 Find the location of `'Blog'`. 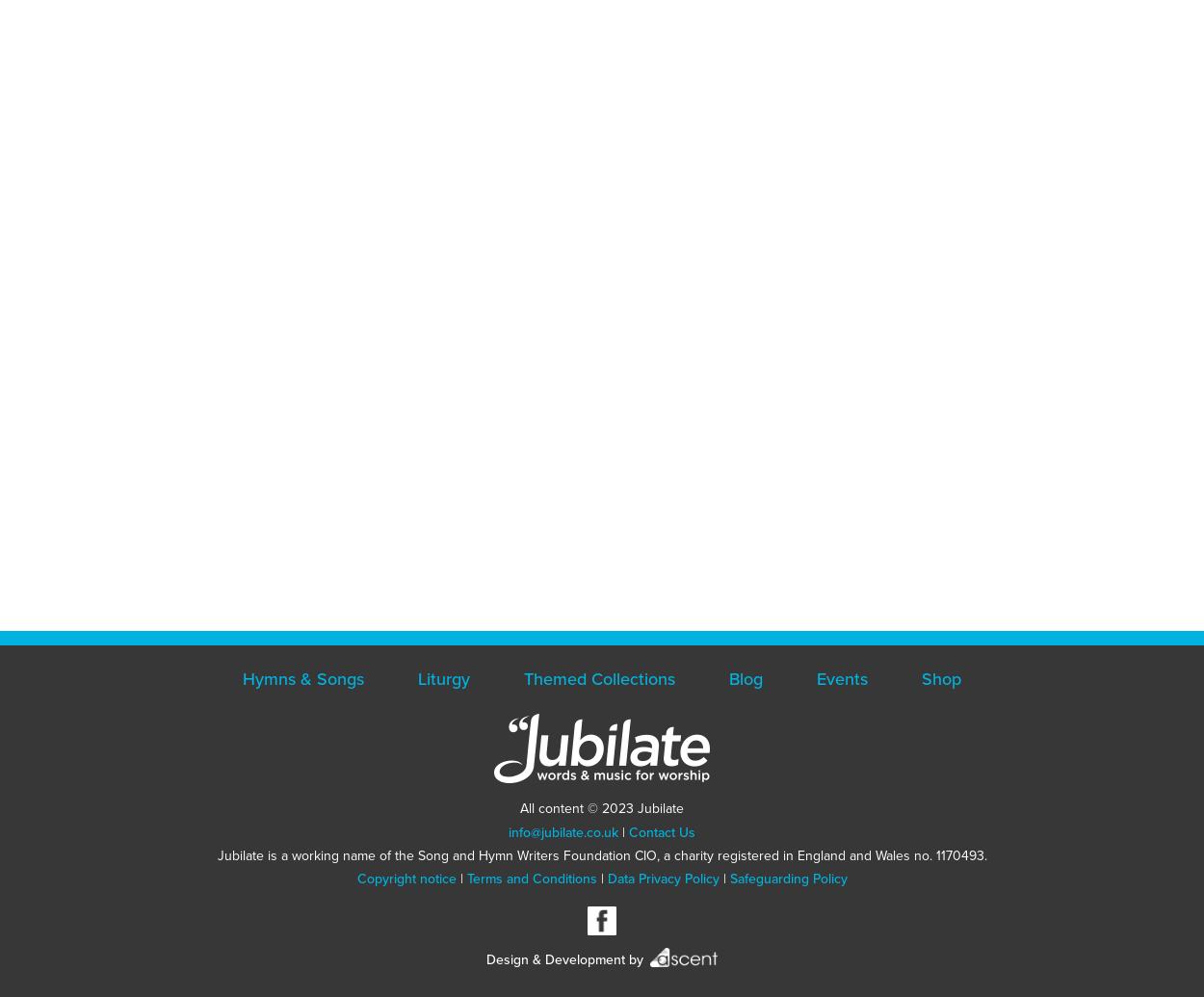

'Blog' is located at coordinates (746, 678).